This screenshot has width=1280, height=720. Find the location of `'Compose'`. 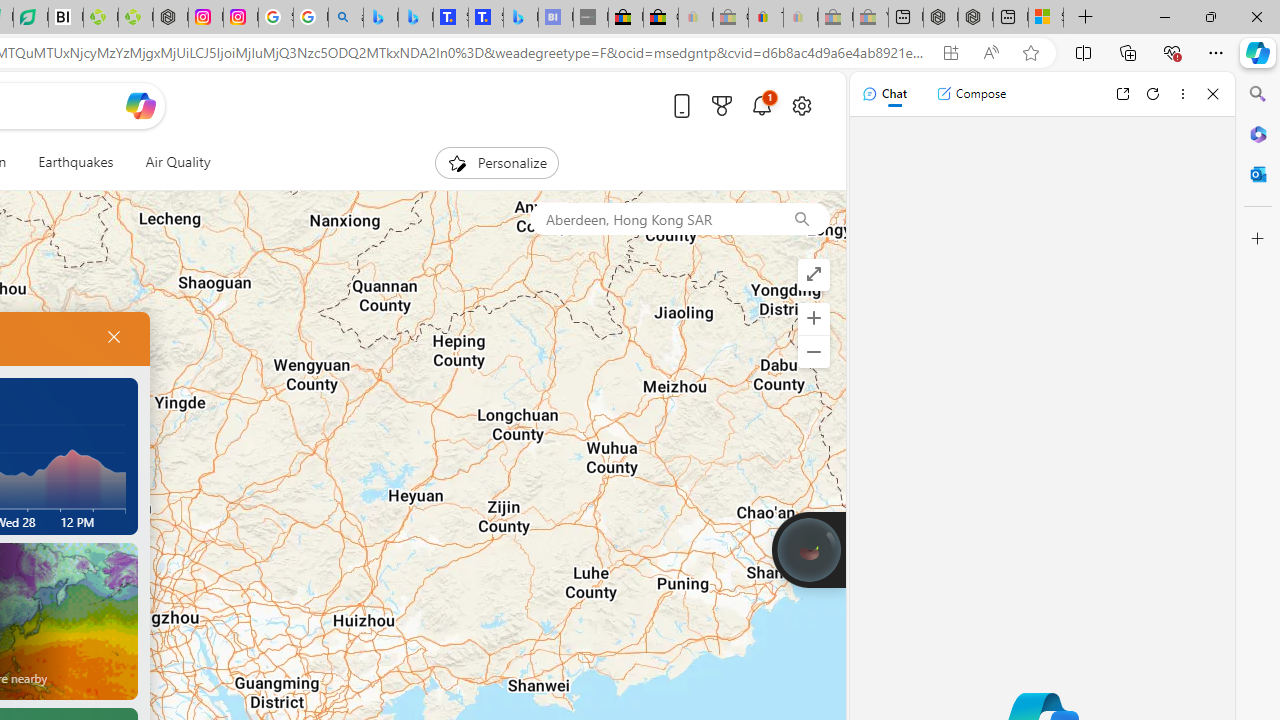

'Compose' is located at coordinates (971, 93).